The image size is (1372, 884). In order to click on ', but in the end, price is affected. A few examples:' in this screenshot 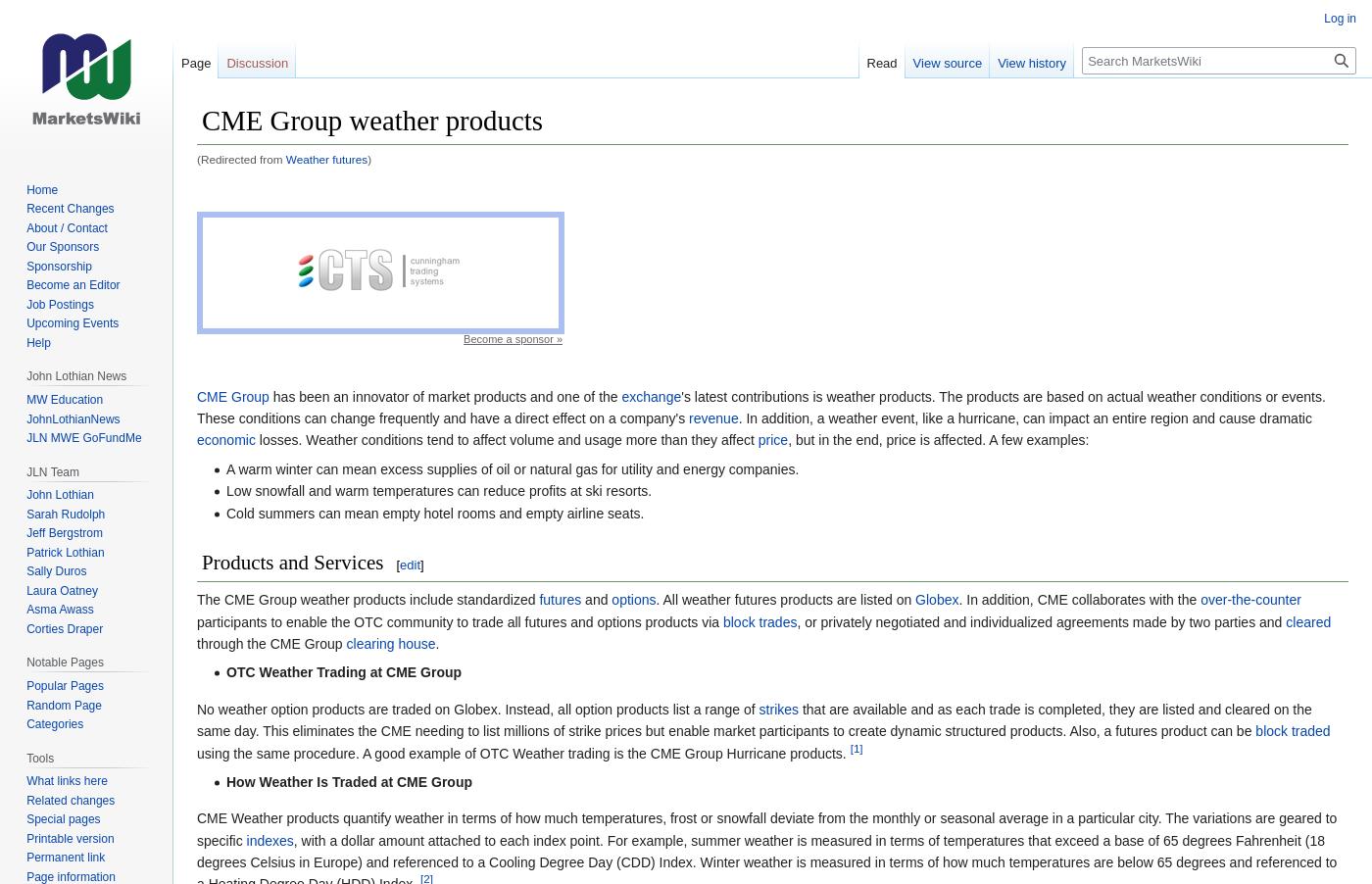, I will do `click(788, 440)`.